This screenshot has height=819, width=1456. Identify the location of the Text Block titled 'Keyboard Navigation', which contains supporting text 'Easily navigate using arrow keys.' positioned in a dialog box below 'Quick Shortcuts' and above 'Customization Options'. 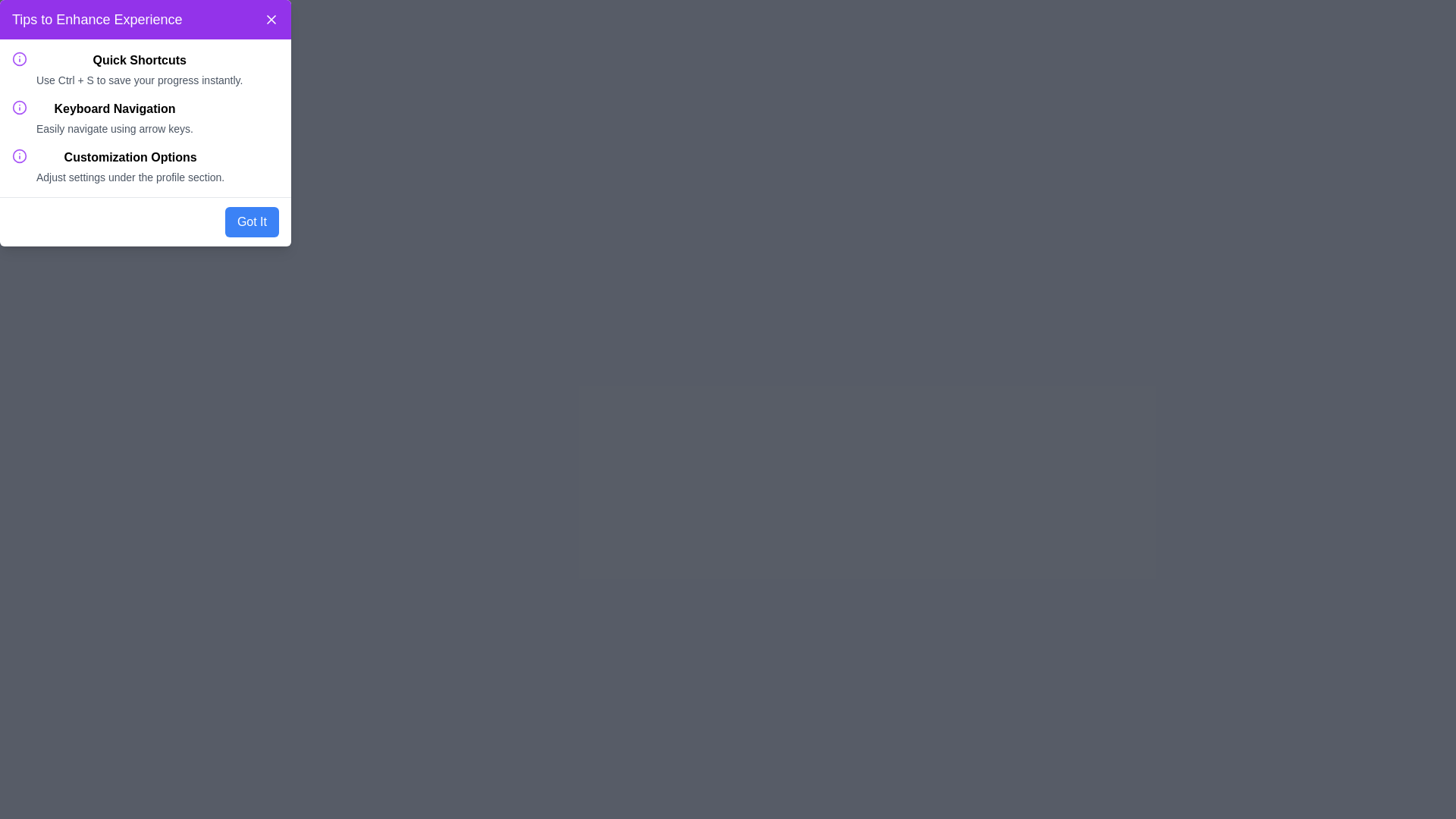
(114, 117).